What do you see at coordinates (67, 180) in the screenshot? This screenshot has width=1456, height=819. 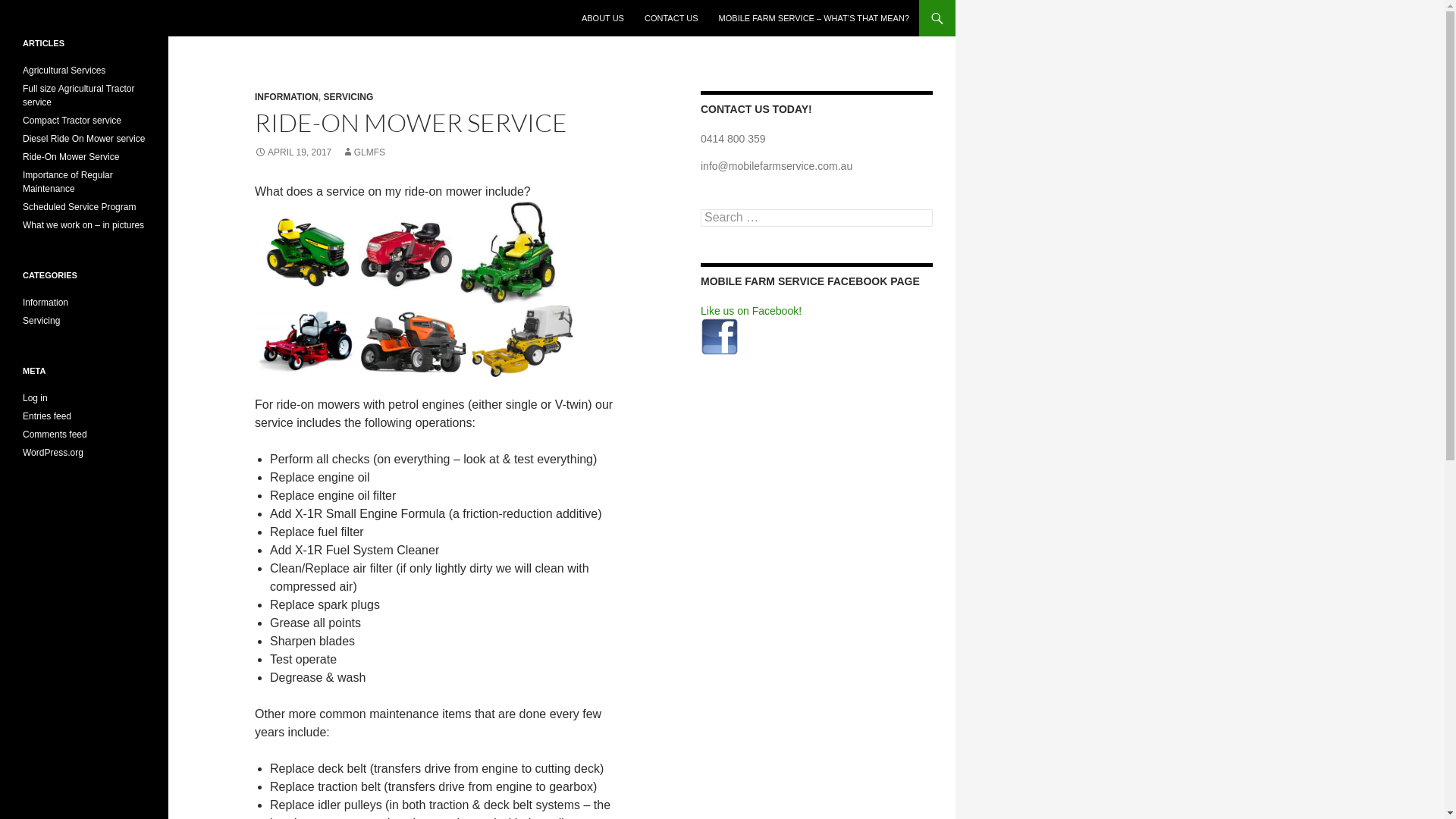 I see `'Importance of Regular Maintenance'` at bounding box center [67, 180].